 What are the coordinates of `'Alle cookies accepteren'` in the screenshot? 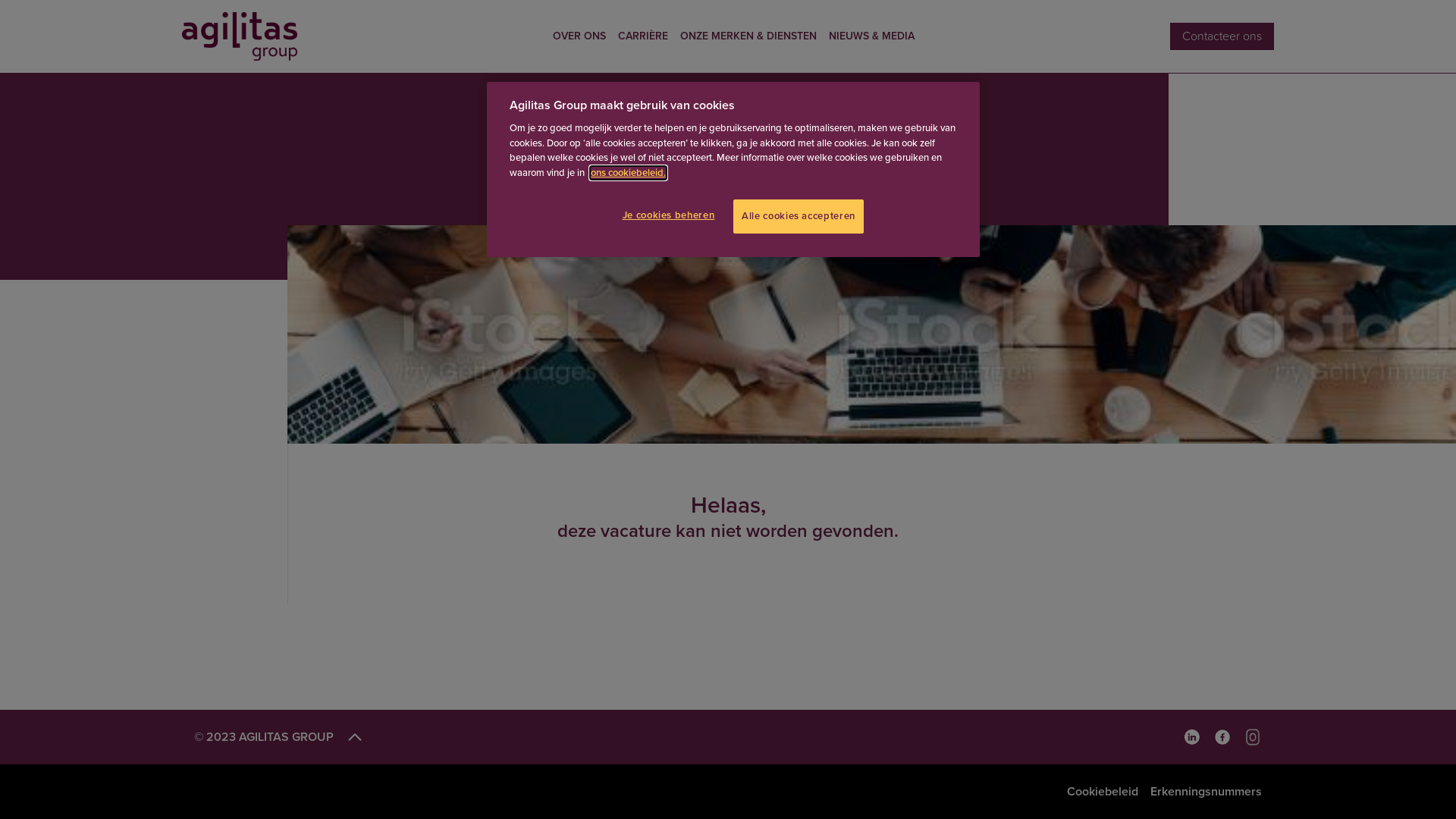 It's located at (797, 216).